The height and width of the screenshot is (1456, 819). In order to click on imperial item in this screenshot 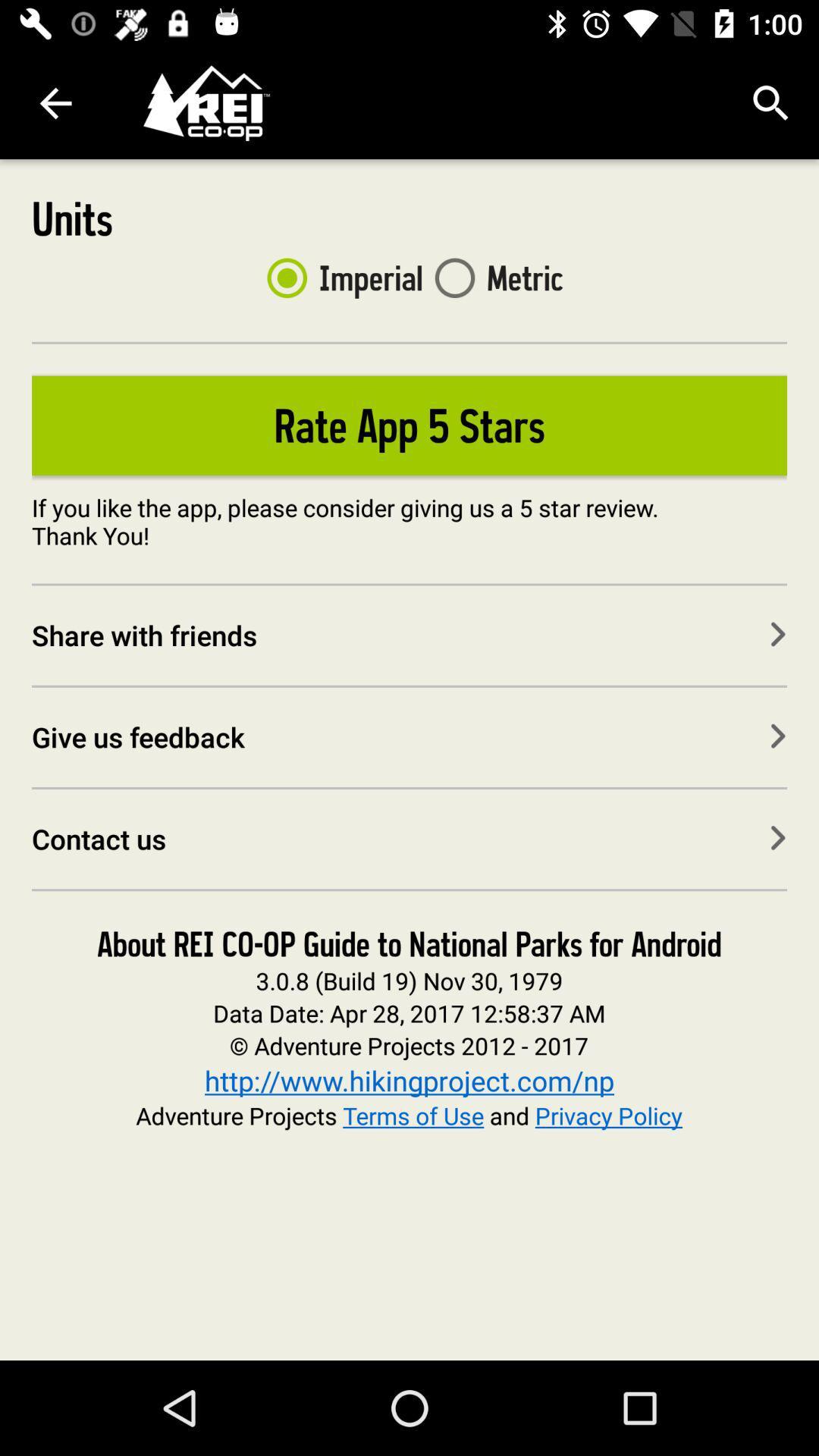, I will do `click(338, 278)`.